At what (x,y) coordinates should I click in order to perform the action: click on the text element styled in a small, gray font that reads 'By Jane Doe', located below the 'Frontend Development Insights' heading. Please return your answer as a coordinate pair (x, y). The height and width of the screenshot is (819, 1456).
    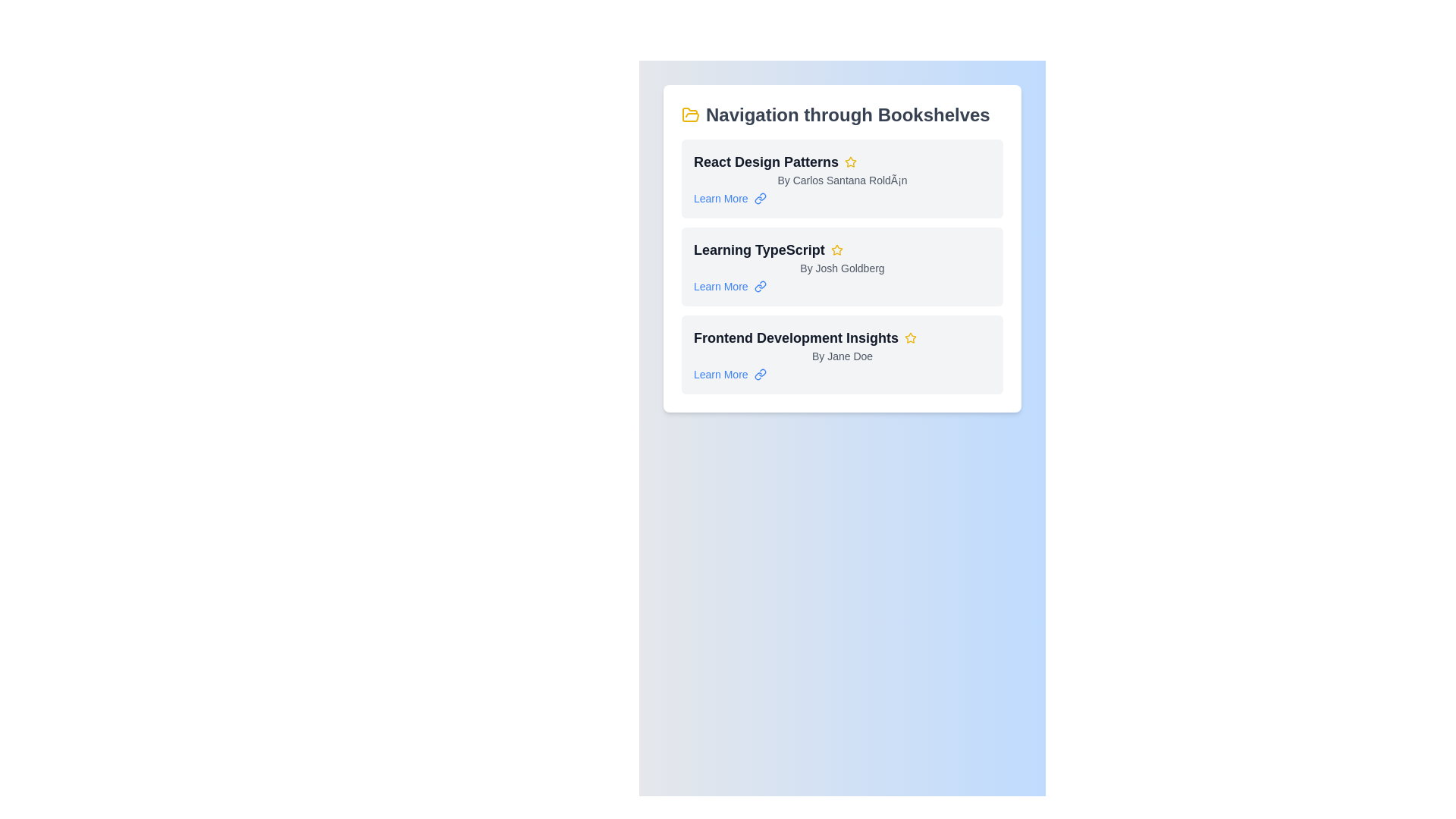
    Looking at the image, I should click on (841, 356).